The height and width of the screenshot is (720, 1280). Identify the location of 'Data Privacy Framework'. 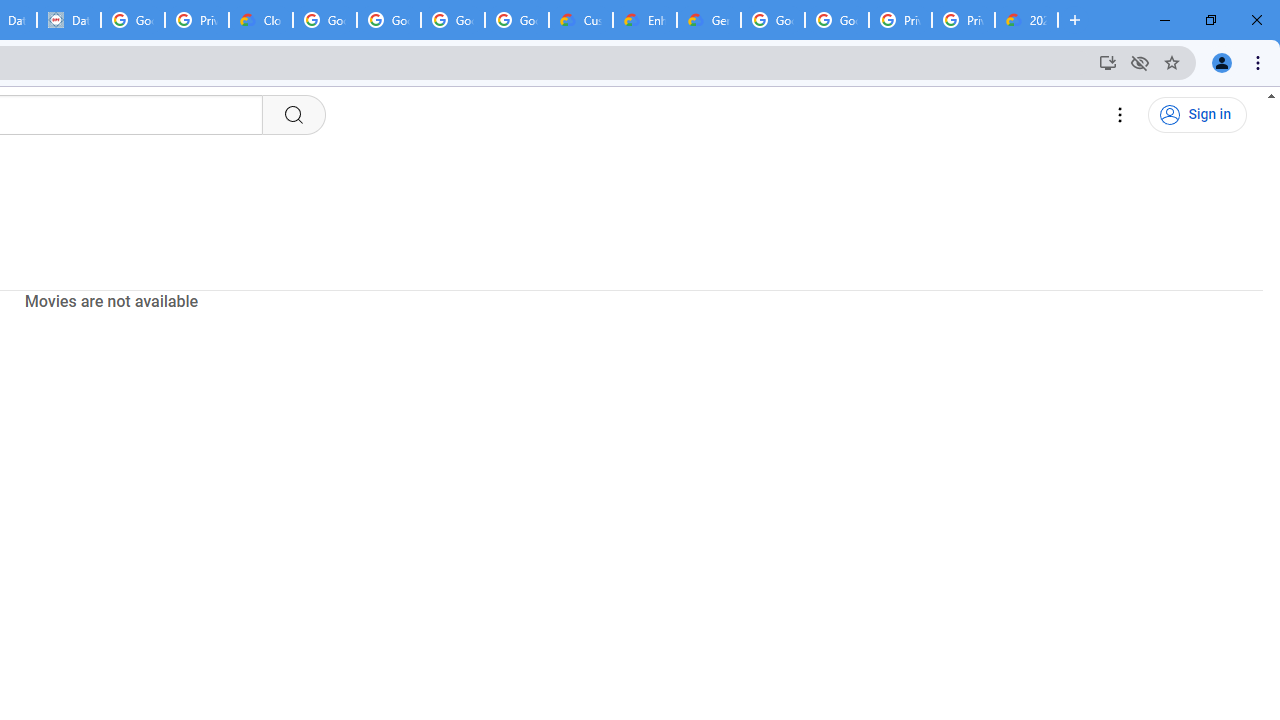
(69, 20).